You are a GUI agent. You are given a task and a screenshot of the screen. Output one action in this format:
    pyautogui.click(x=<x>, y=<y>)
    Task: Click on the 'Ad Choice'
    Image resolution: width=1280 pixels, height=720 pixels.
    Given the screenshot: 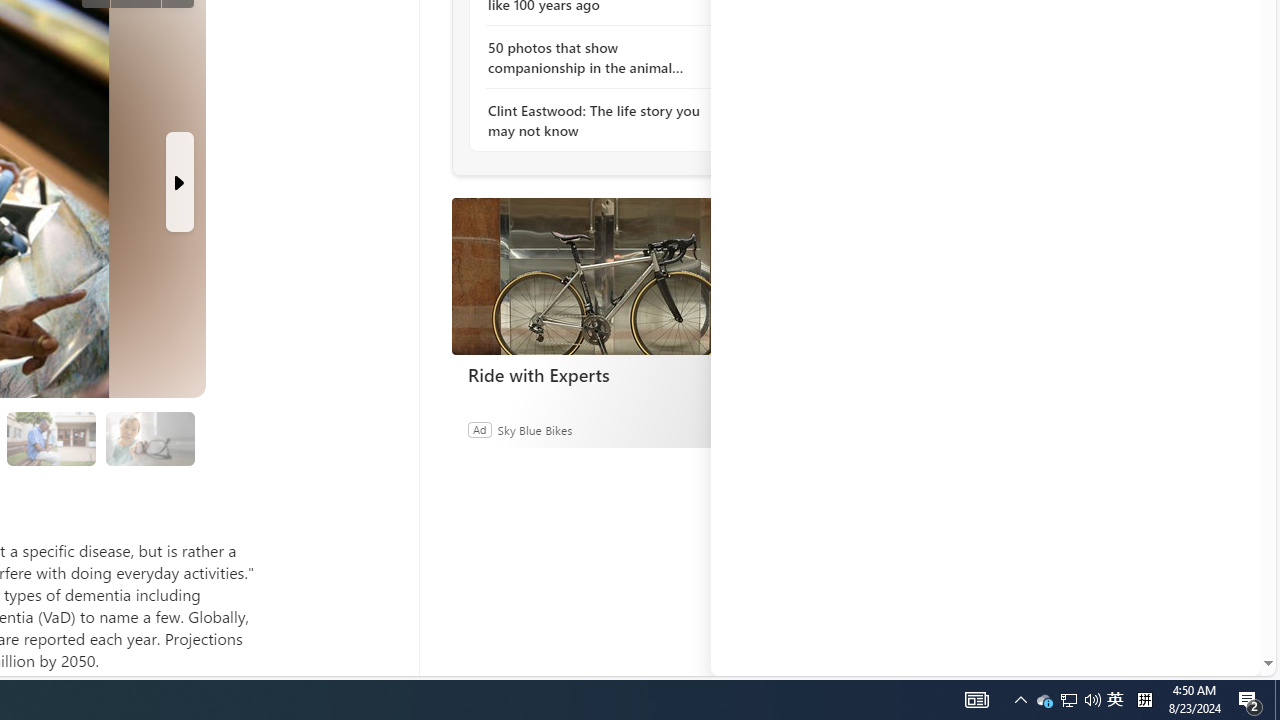 What is the action you would take?
    pyautogui.click(x=728, y=428)
    